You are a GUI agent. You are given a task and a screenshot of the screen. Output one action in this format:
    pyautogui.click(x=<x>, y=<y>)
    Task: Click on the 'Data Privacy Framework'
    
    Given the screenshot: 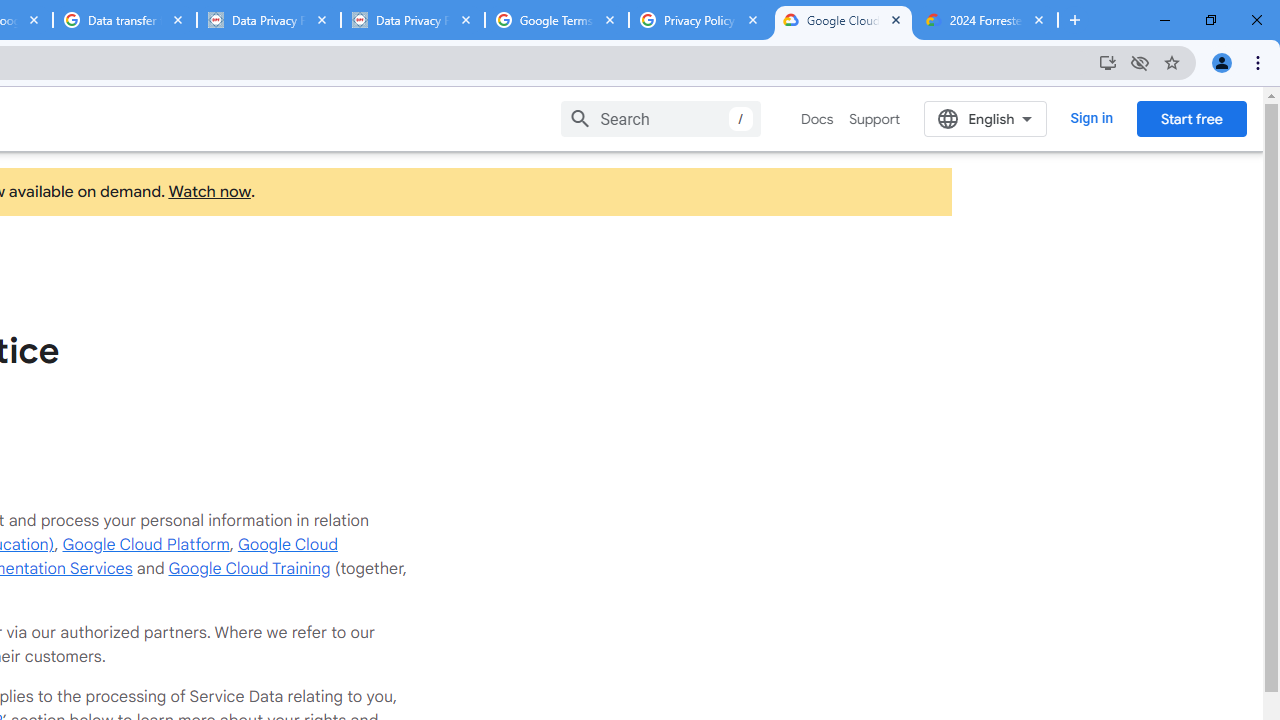 What is the action you would take?
    pyautogui.click(x=411, y=20)
    